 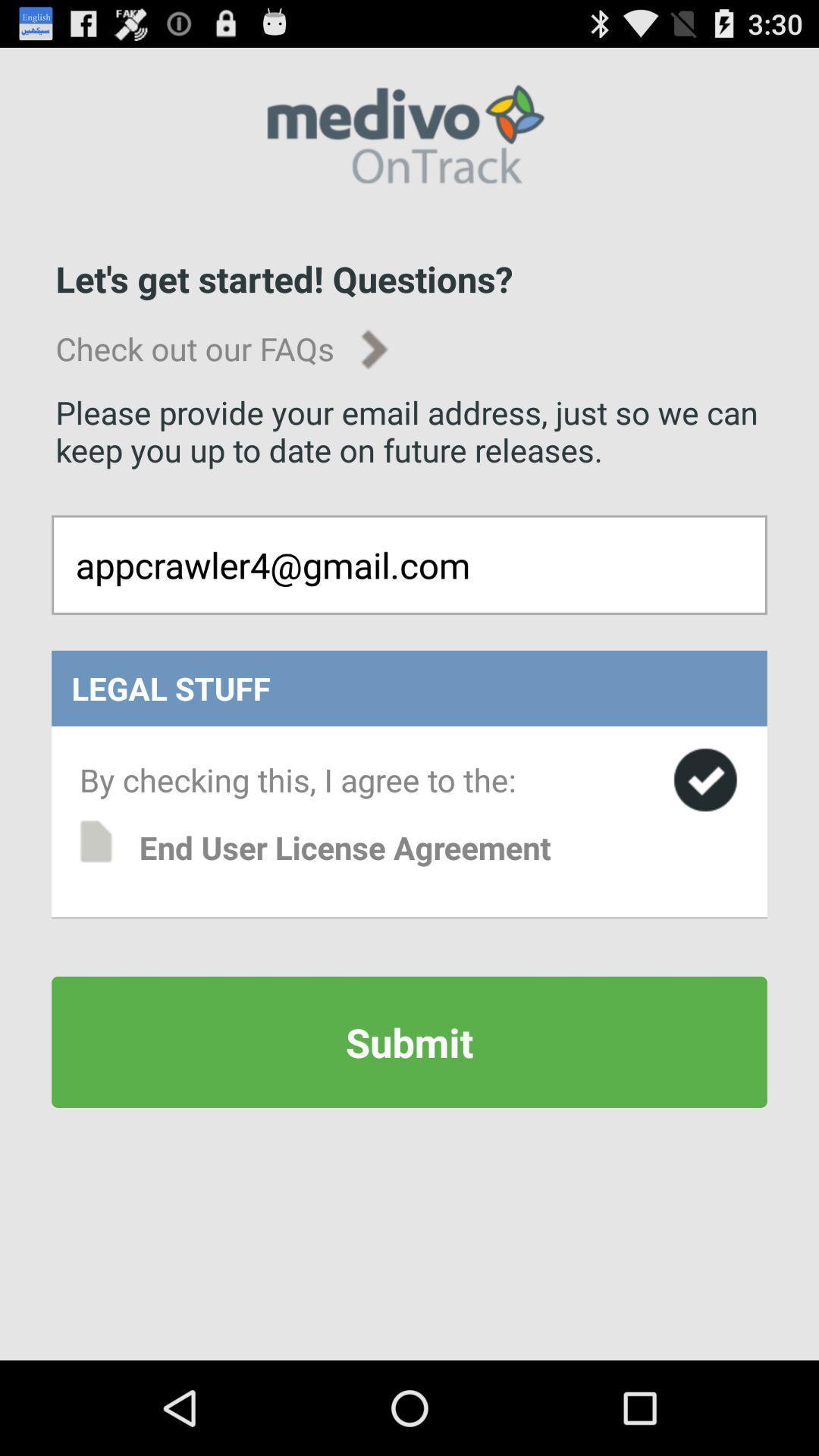 I want to click on agree to terms, so click(x=705, y=780).